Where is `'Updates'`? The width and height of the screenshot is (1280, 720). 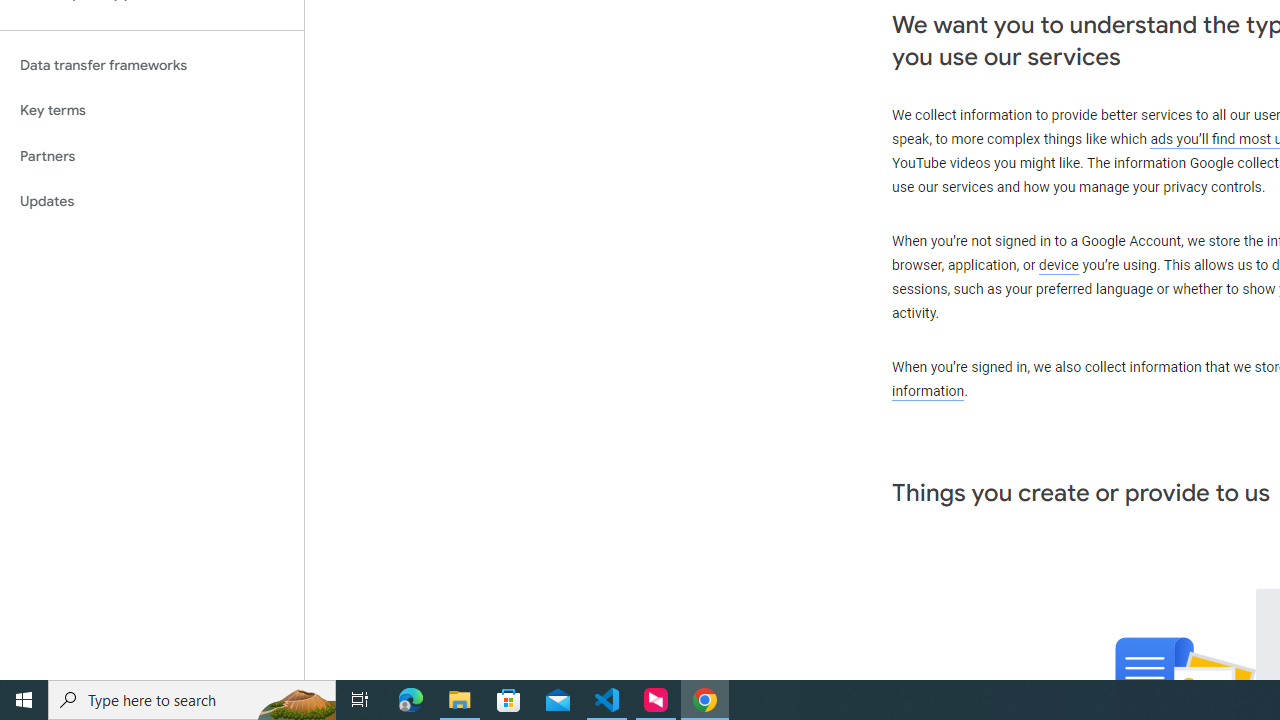 'Updates' is located at coordinates (151, 201).